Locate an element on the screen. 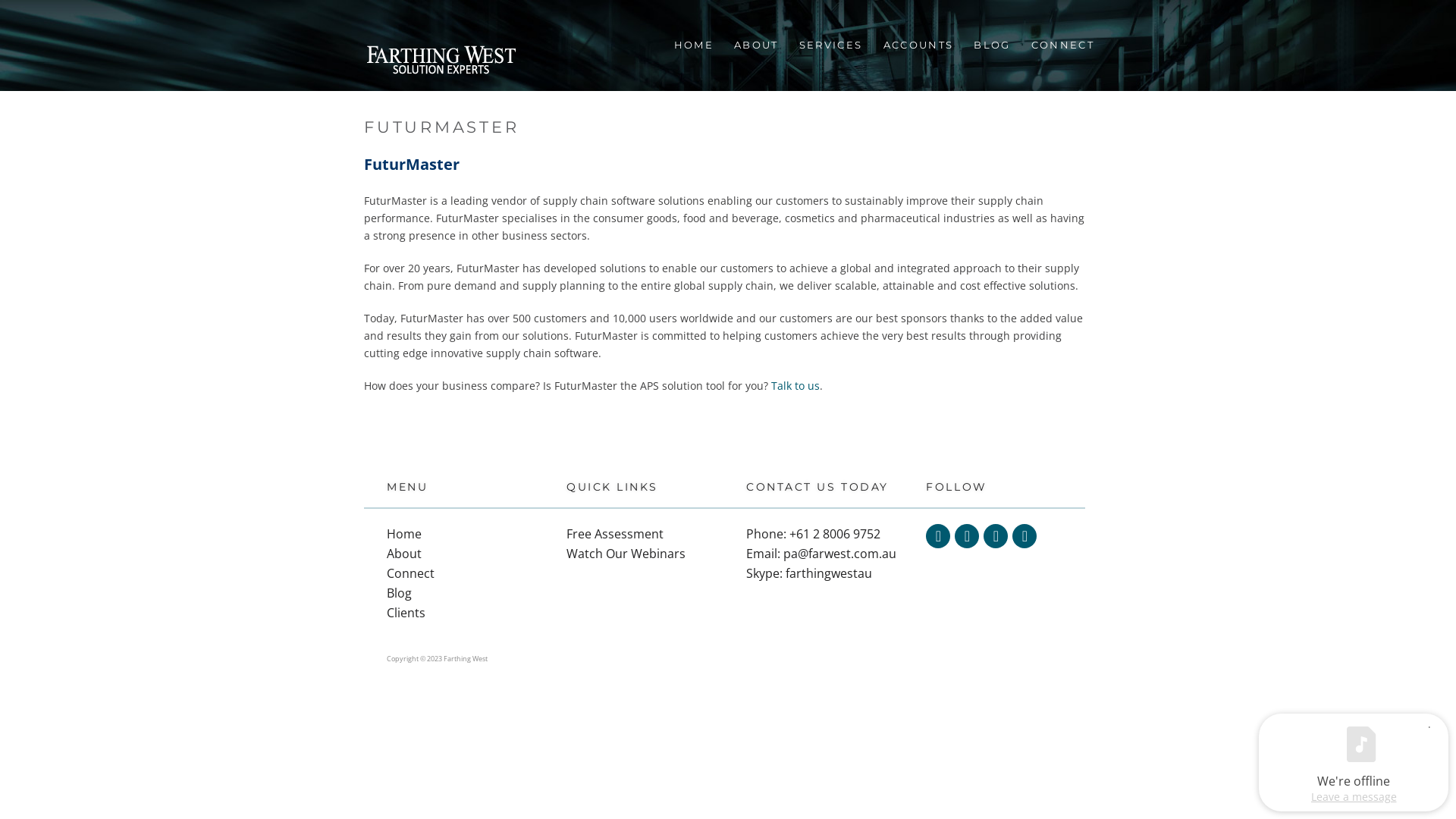  'ACCOUNTS' is located at coordinates (916, 44).